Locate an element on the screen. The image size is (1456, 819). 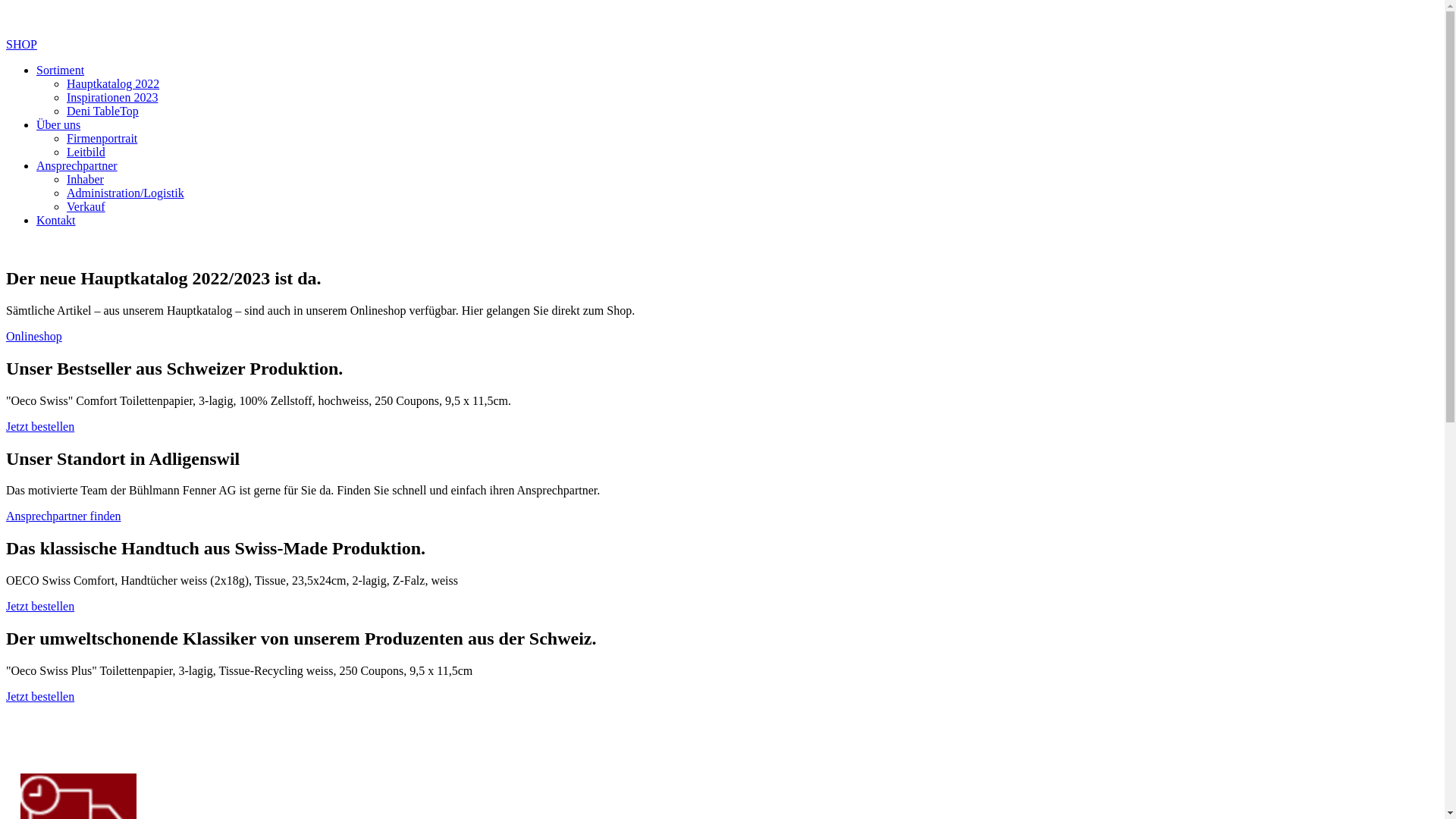
'Inspirationen 2023' is located at coordinates (111, 97).